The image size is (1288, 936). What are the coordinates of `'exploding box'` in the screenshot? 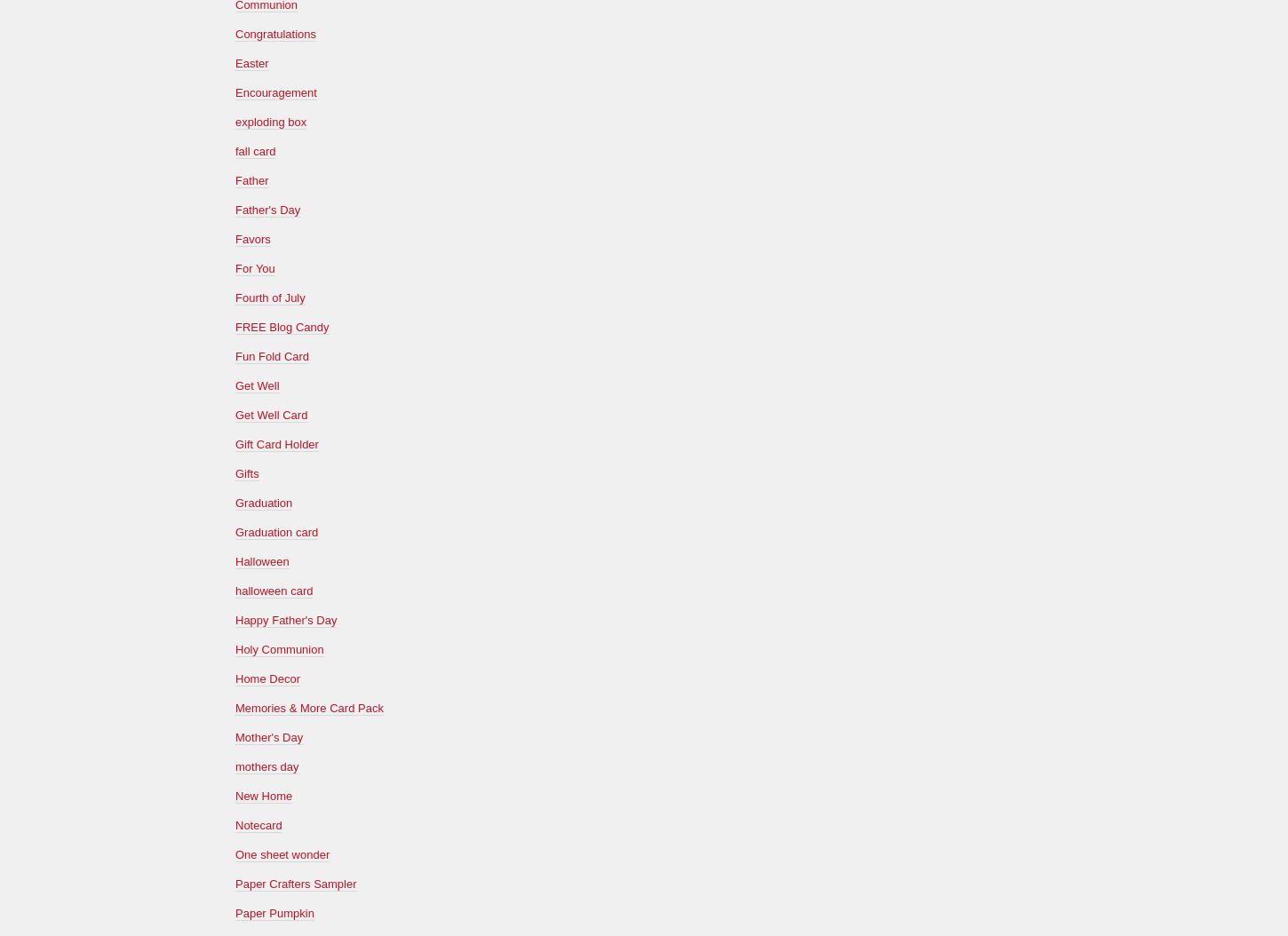 It's located at (270, 121).